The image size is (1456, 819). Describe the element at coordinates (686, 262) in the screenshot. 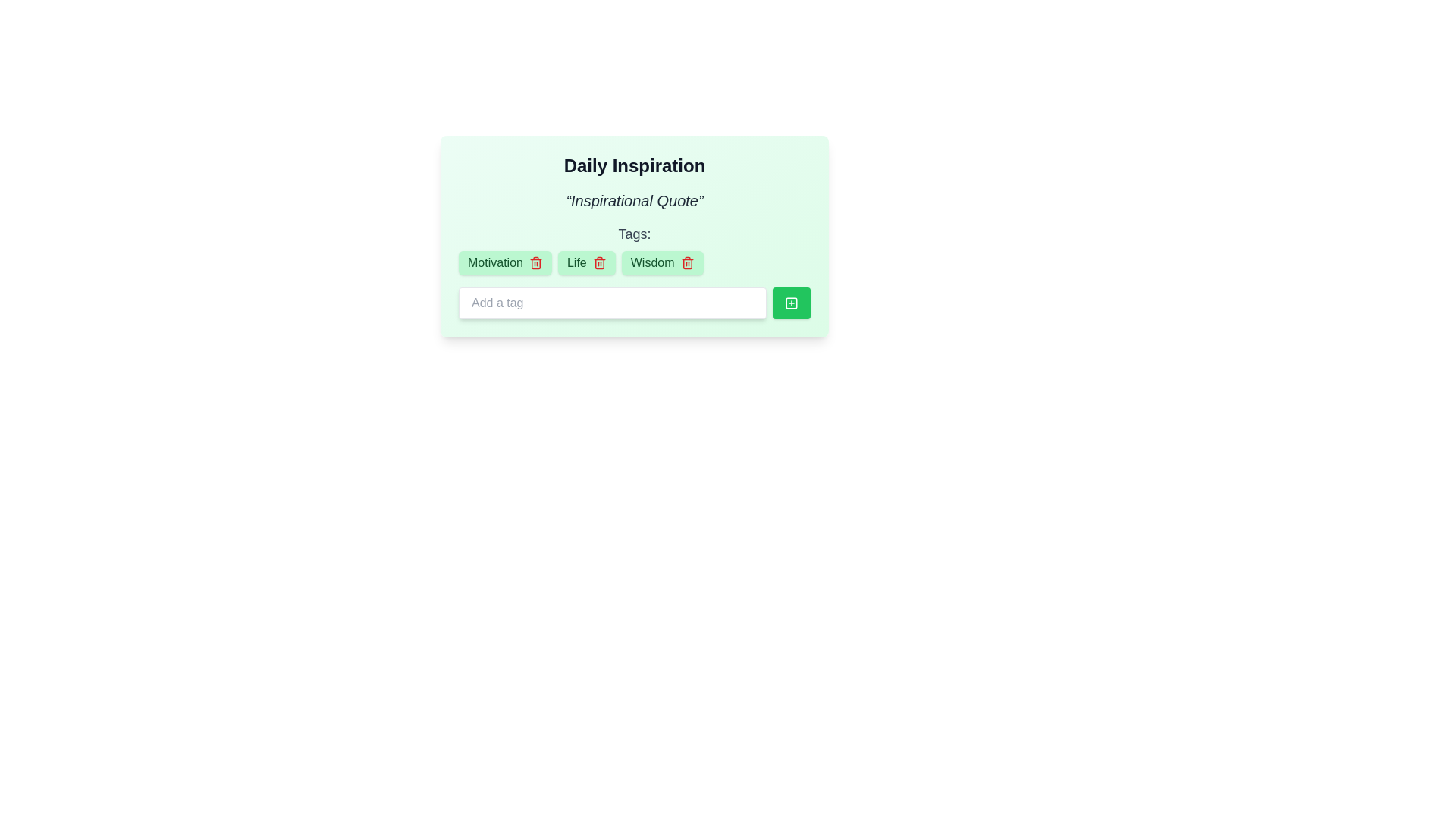

I see `the trash icon button styled in red, which is located within the green 'Wisdom' tag` at that location.